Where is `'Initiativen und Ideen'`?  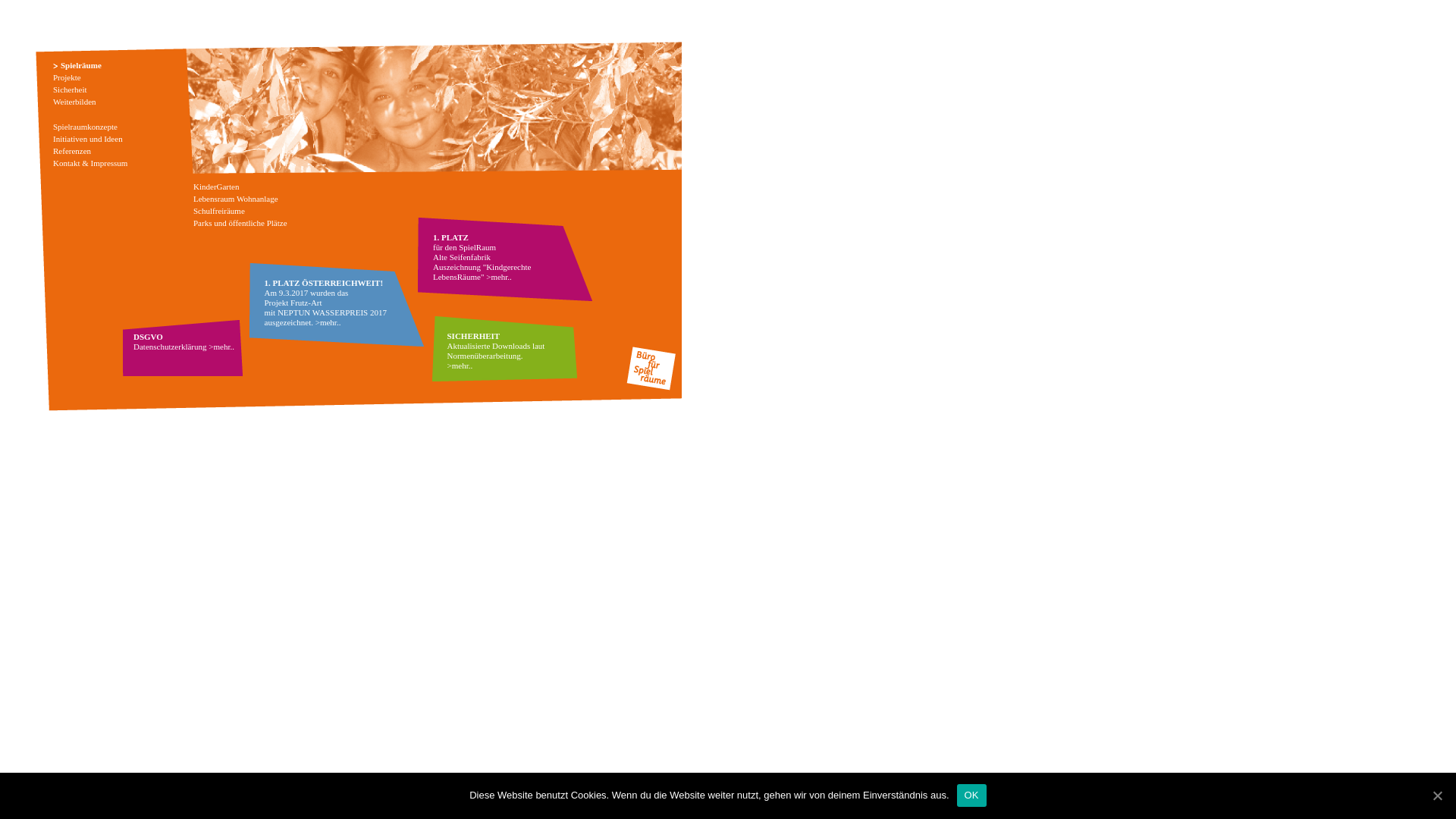 'Initiativen und Ideen' is located at coordinates (86, 138).